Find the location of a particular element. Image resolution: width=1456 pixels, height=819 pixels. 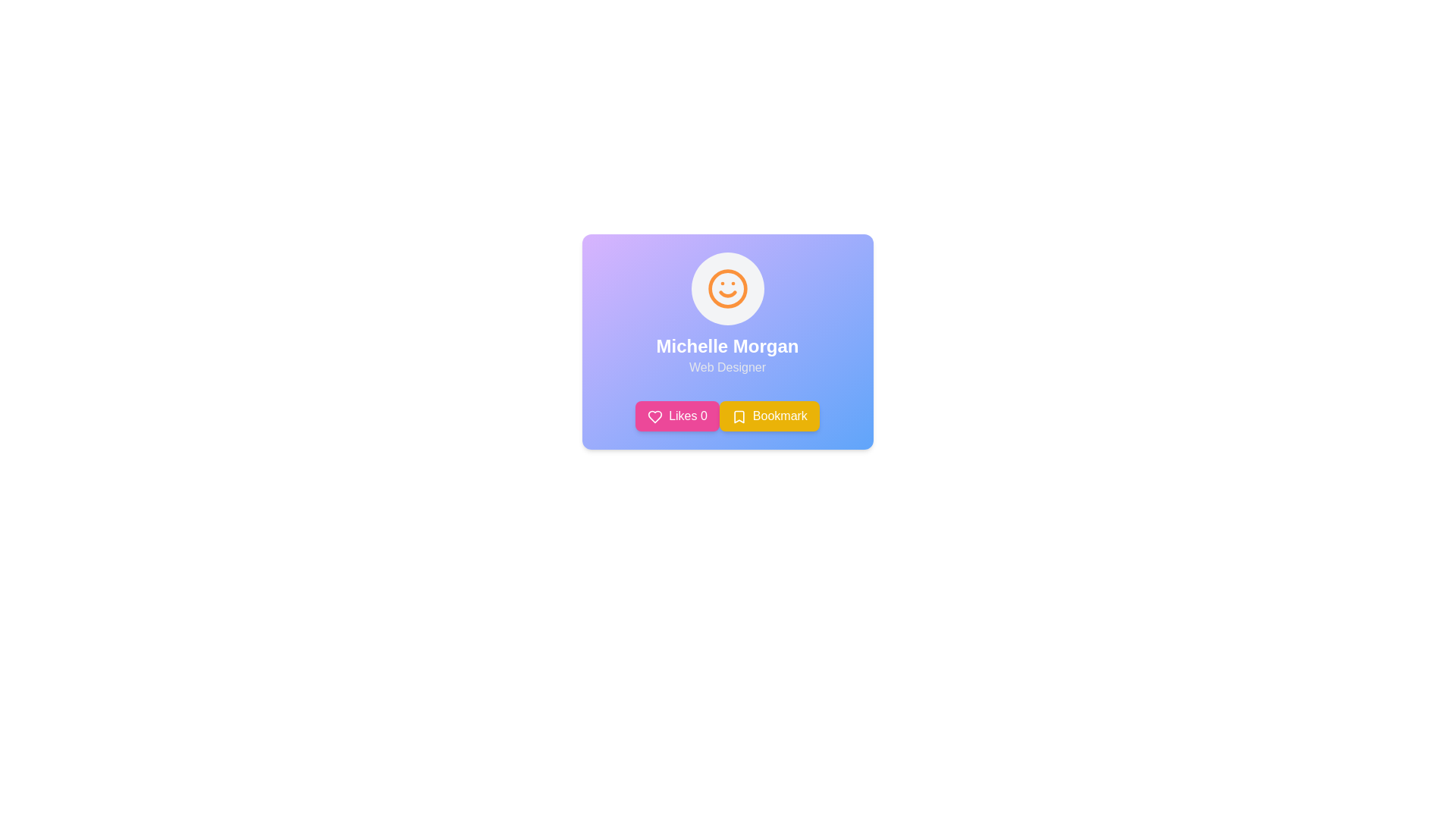

the circular gray graphic element with rounded edges that features a smiling face icon in orange, positioned above the name 'Michelle Morgan' and 'Web Designer' text is located at coordinates (726, 289).